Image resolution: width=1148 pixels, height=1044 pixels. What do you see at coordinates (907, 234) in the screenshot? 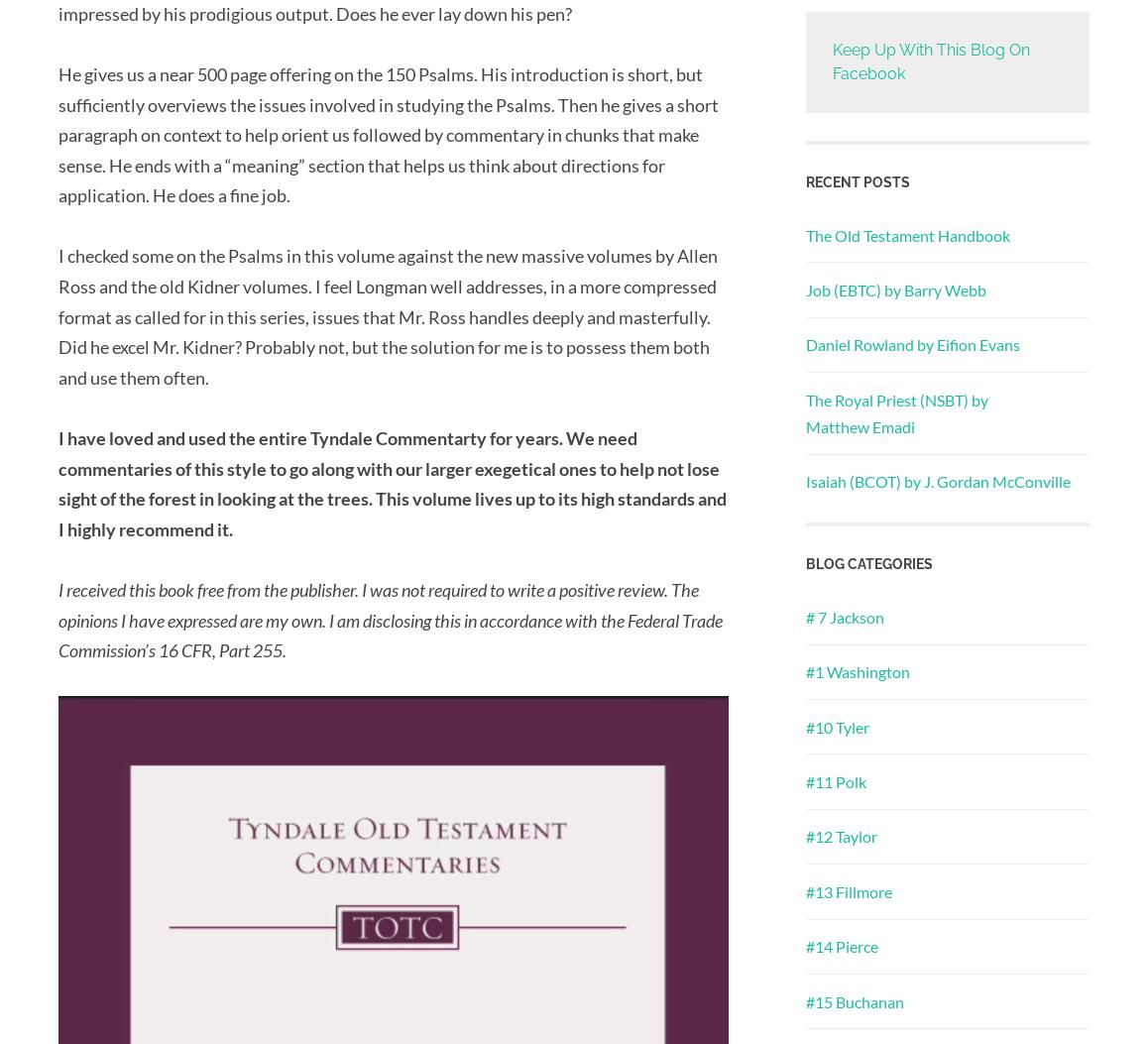
I see `'The Old Testament Handbook'` at bounding box center [907, 234].